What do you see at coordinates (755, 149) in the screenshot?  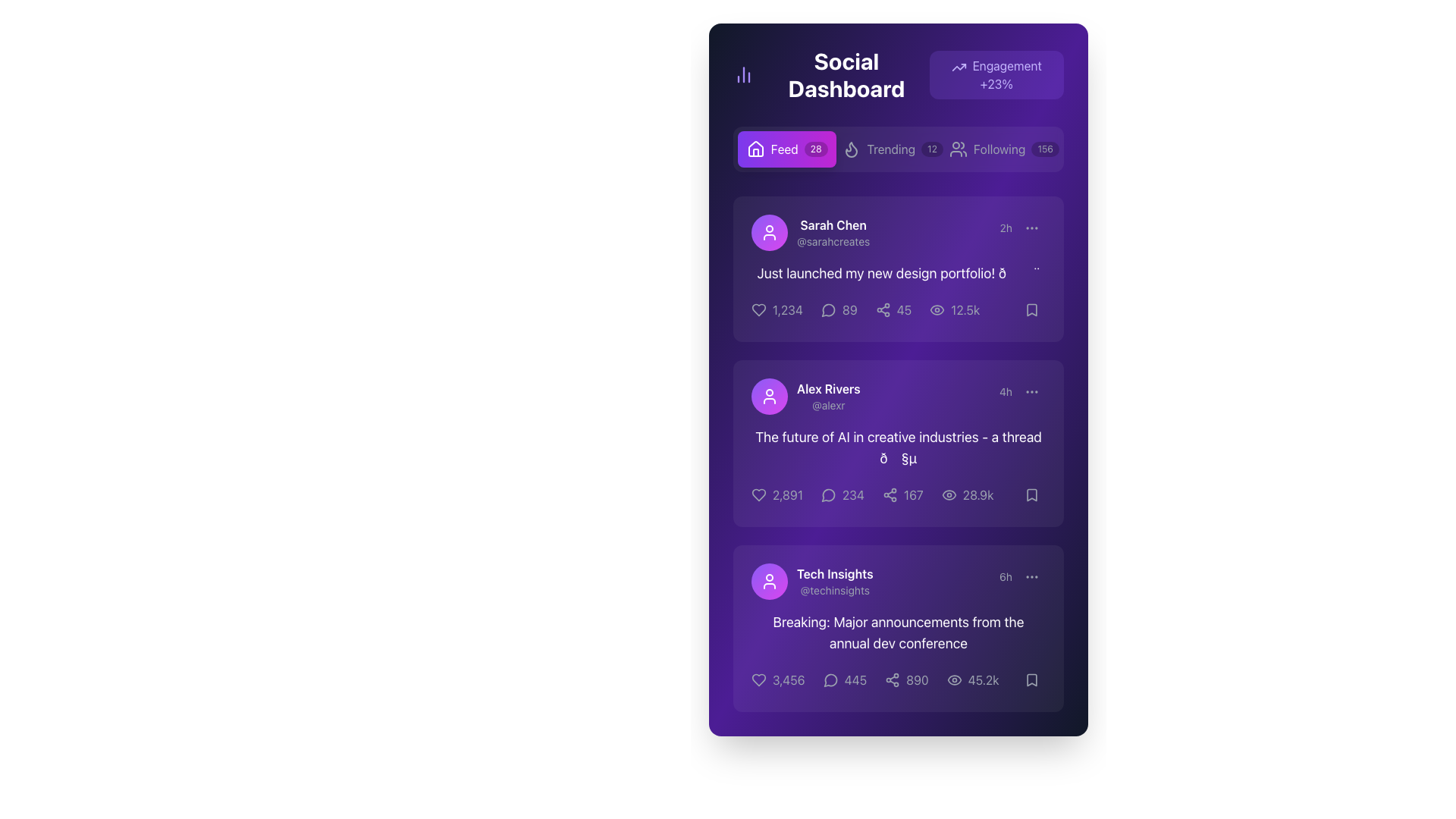 I see `the house icon` at bounding box center [755, 149].